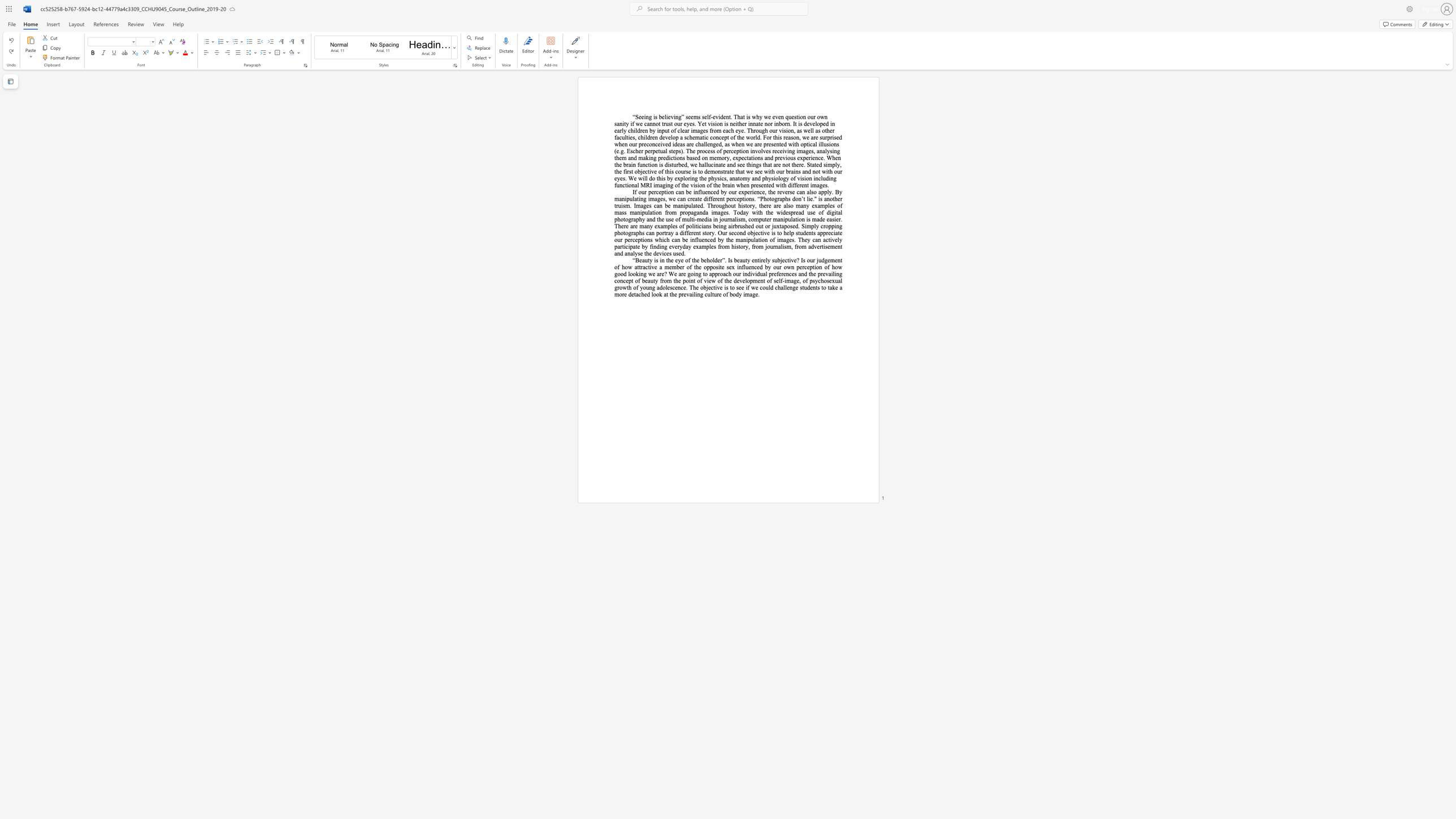 The width and height of the screenshot is (1456, 819). What do you see at coordinates (738, 157) in the screenshot?
I see `the subset text "pectations and previous experience. When the brain function is disturbed, we hallucinate and see things that are not there. Stated simply, the first objective of this course is to demonstrate that we see wit" within the text "involves receiving images, analysing them and making predictions based on memory, expectations and previous experience. When the brain function is disturbed, we hallucinate and see things that are not there. Stated simply, the first objective of this course is to demonstrate that we see with our brains and not with our eyes. We will do this by exploring the physics, anatomy and physiology of vision including functional MRI imaging of the vision of the brain when presented with different images."` at bounding box center [738, 157].